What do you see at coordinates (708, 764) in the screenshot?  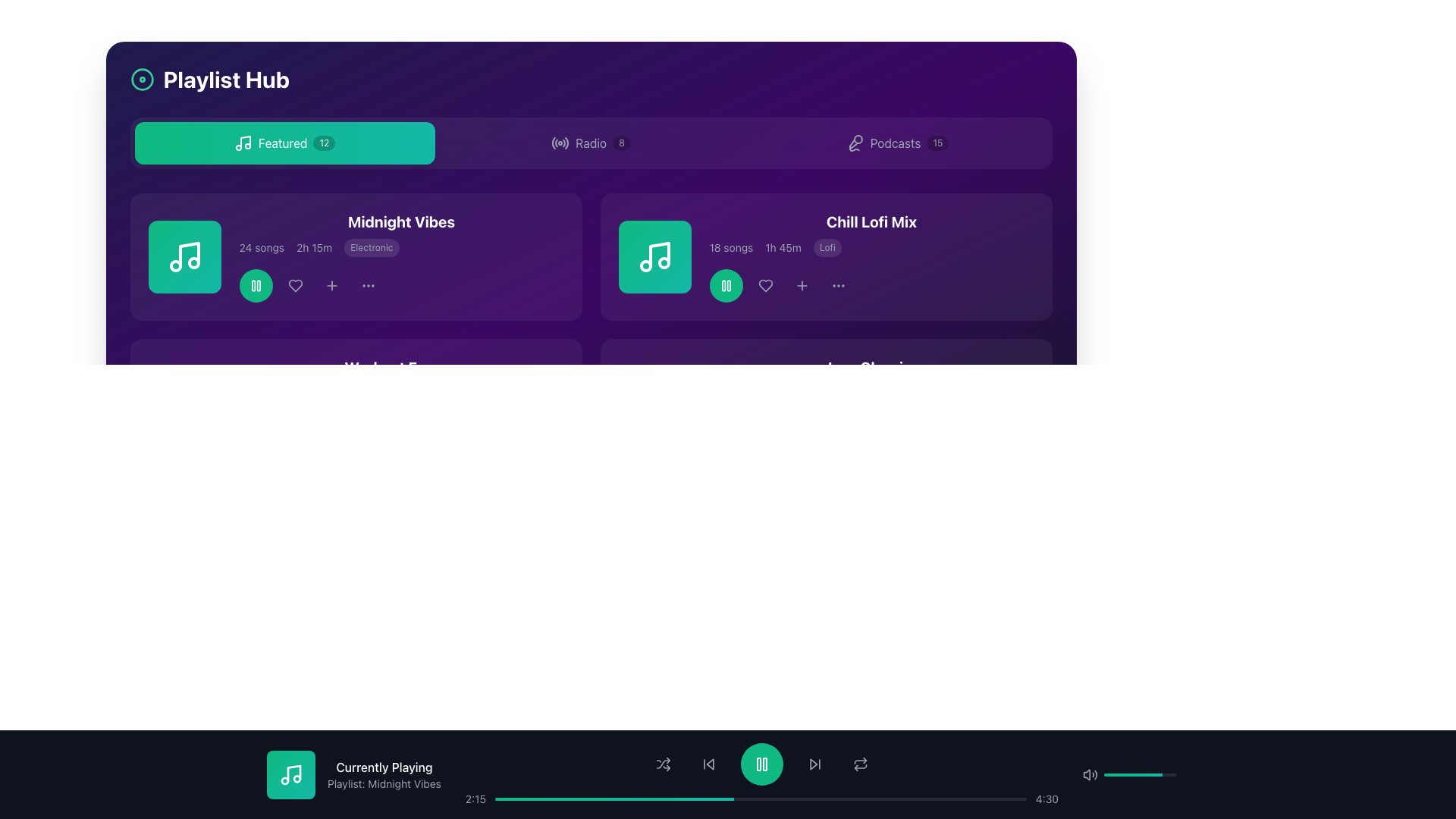 I see `the previous track button located in the center of the bottom control toolbar, positioned to the right of the shuffle button and to the left of the play/pause button` at bounding box center [708, 764].